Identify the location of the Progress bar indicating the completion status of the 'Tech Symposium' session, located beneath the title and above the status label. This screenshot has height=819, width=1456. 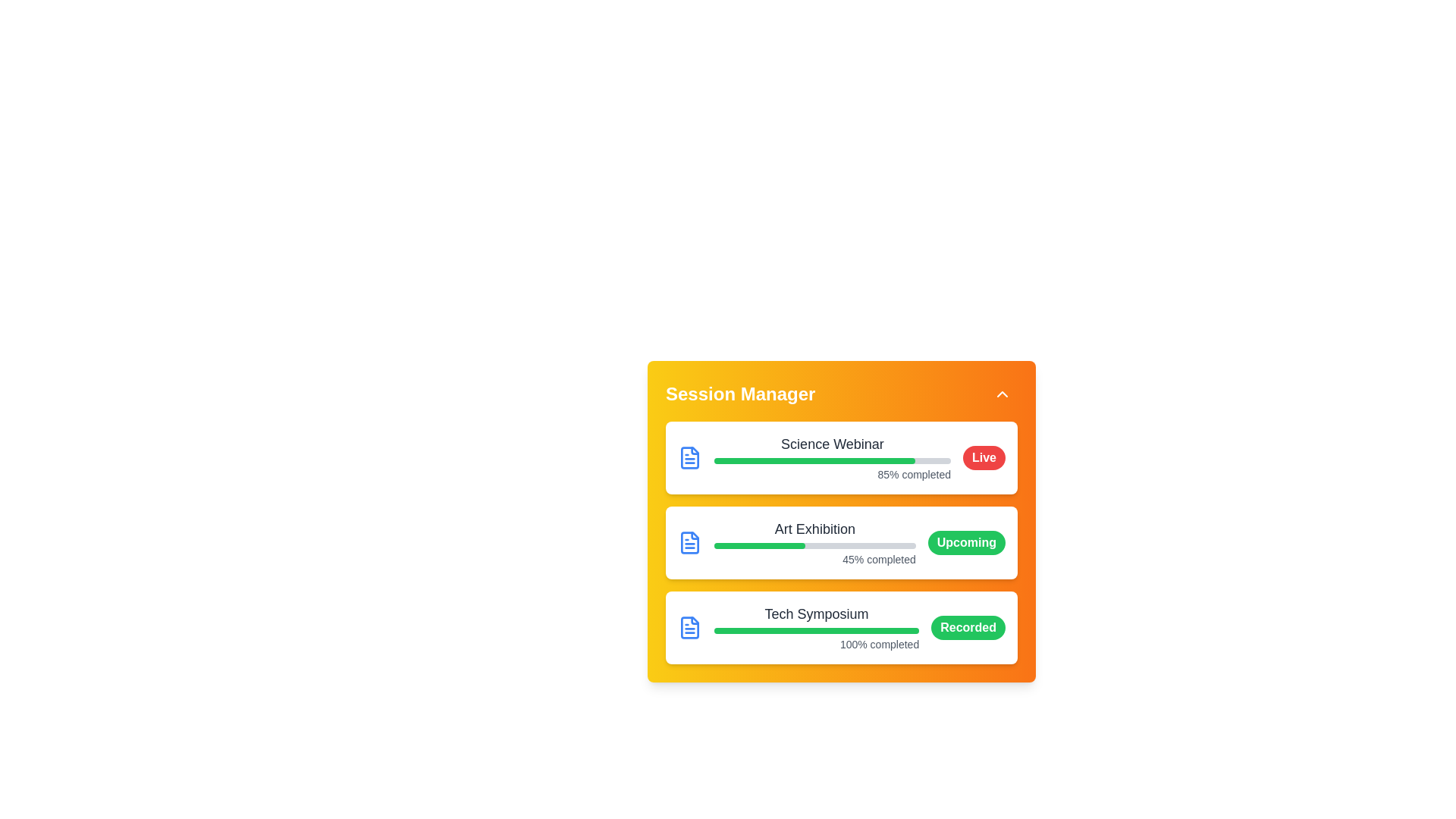
(816, 631).